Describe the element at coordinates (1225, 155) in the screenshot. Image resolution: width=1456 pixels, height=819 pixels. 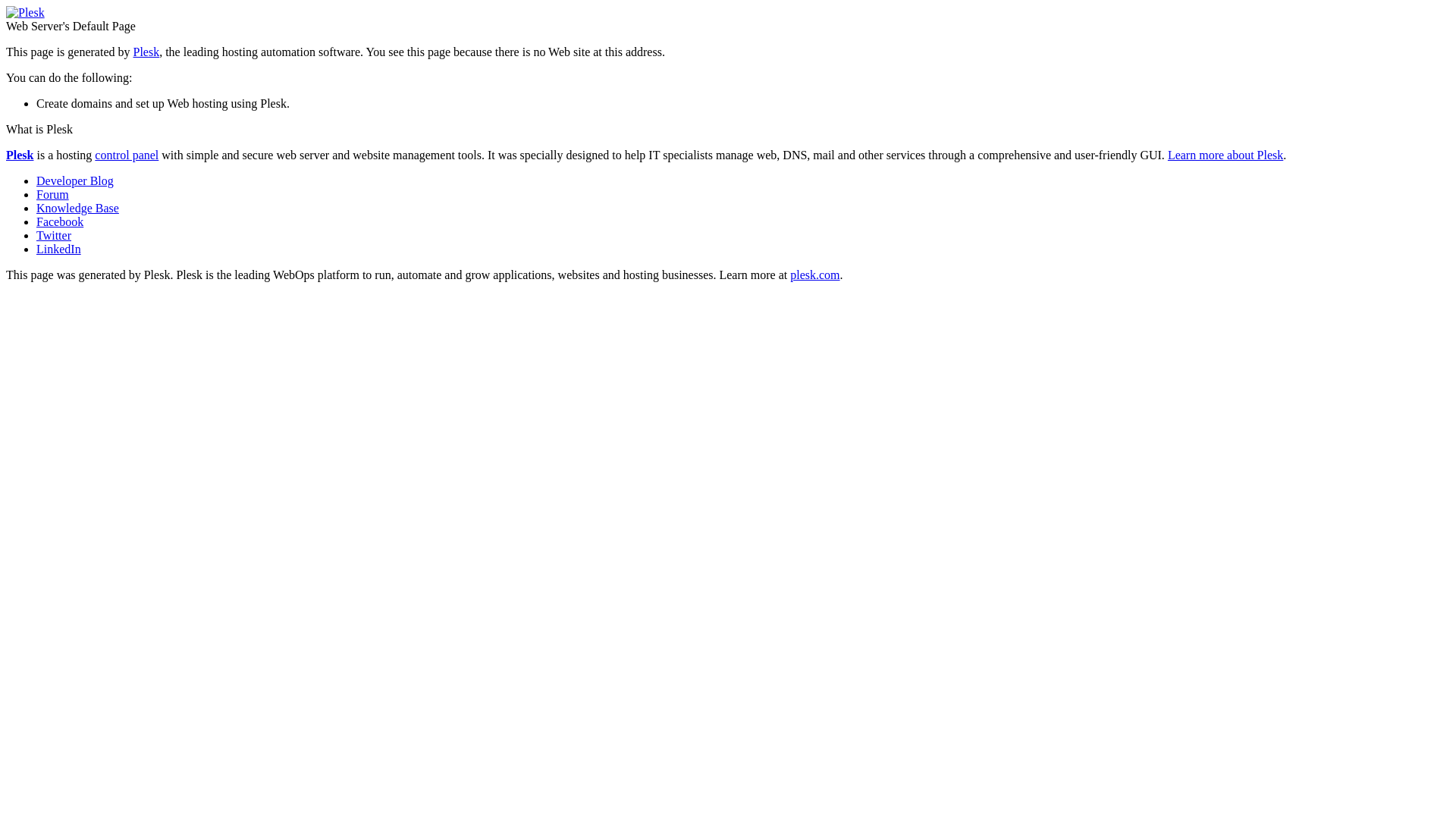
I see `'Learn more about Plesk'` at that location.